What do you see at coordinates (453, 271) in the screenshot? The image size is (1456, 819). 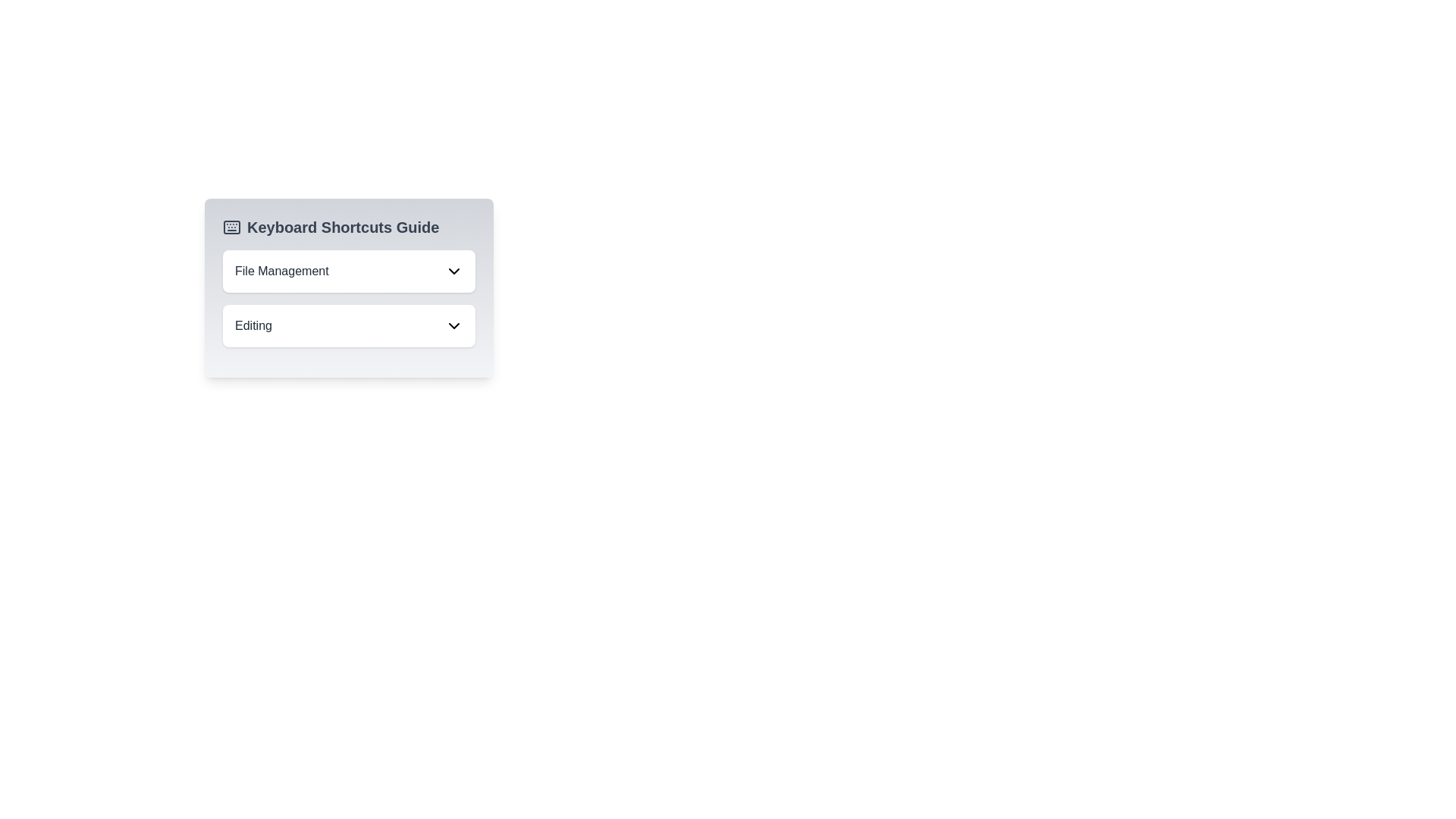 I see `the chevron icon next to the 'File Management' label` at bounding box center [453, 271].